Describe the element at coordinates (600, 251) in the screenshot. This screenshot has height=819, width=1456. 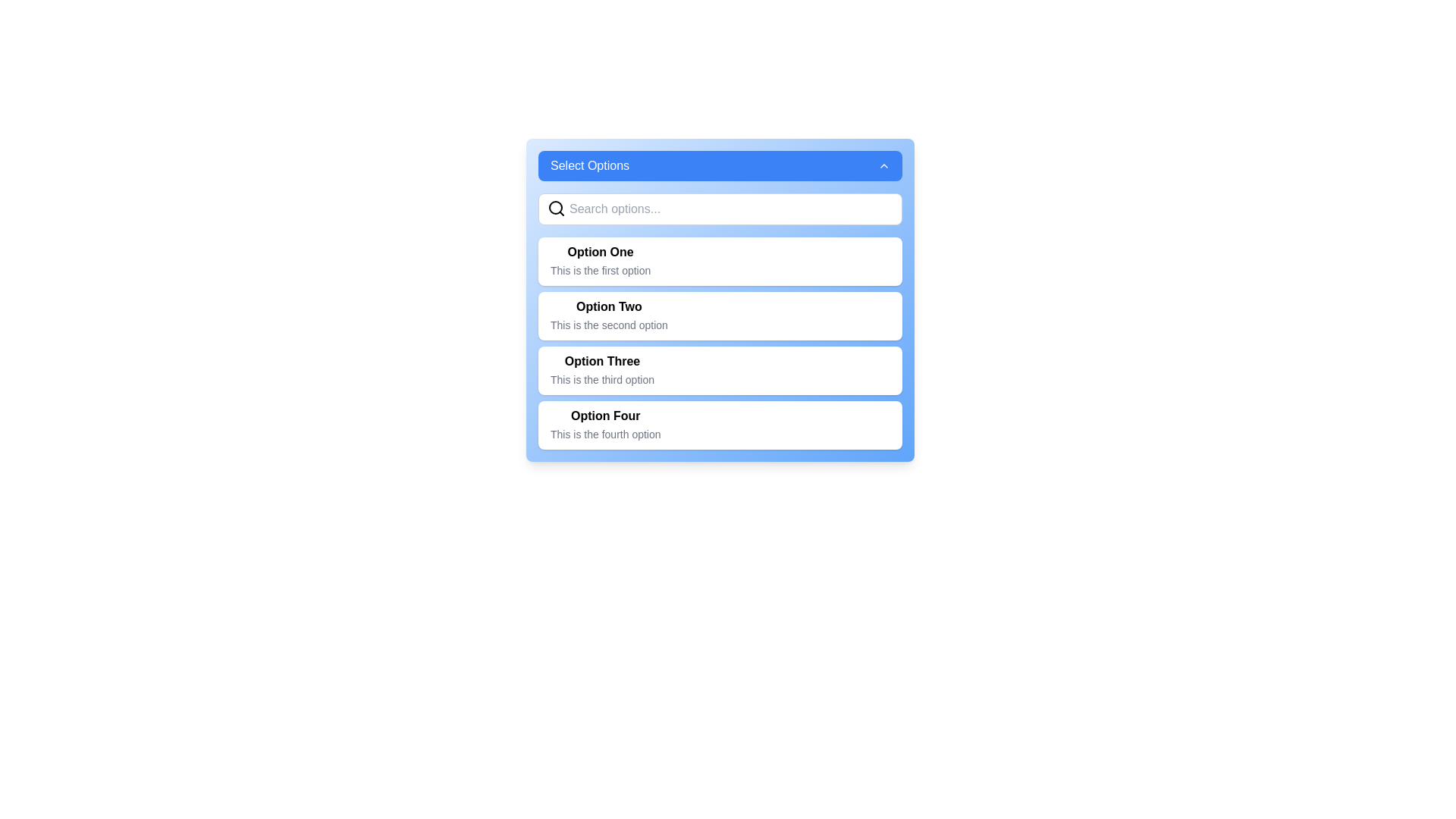
I see `the bold text label reading 'Option One', which is positioned at the top of the dropdown list above its sibling element with supporting text` at that location.